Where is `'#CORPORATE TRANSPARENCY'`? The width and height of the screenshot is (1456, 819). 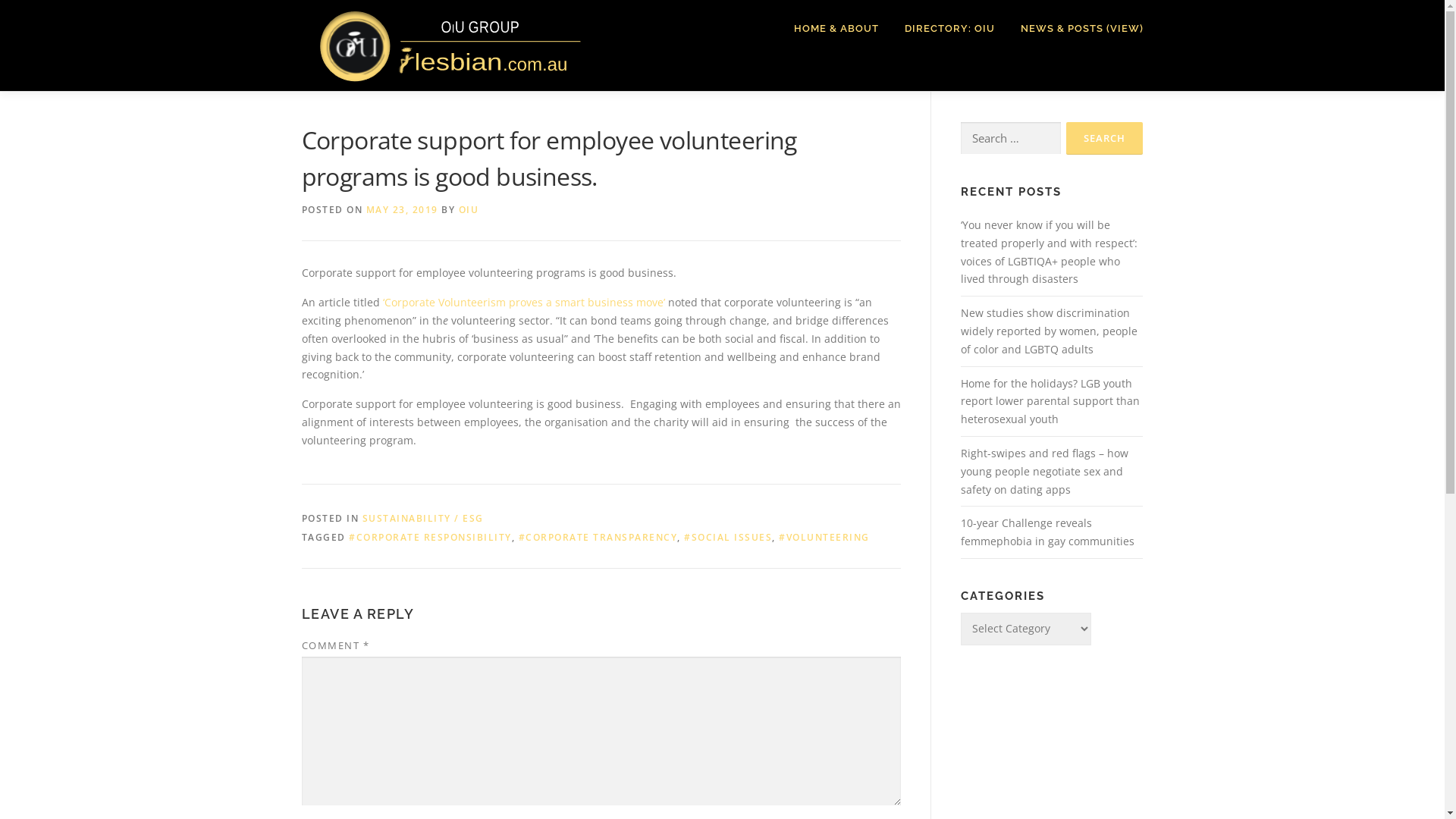 '#CORPORATE TRANSPARENCY' is located at coordinates (519, 536).